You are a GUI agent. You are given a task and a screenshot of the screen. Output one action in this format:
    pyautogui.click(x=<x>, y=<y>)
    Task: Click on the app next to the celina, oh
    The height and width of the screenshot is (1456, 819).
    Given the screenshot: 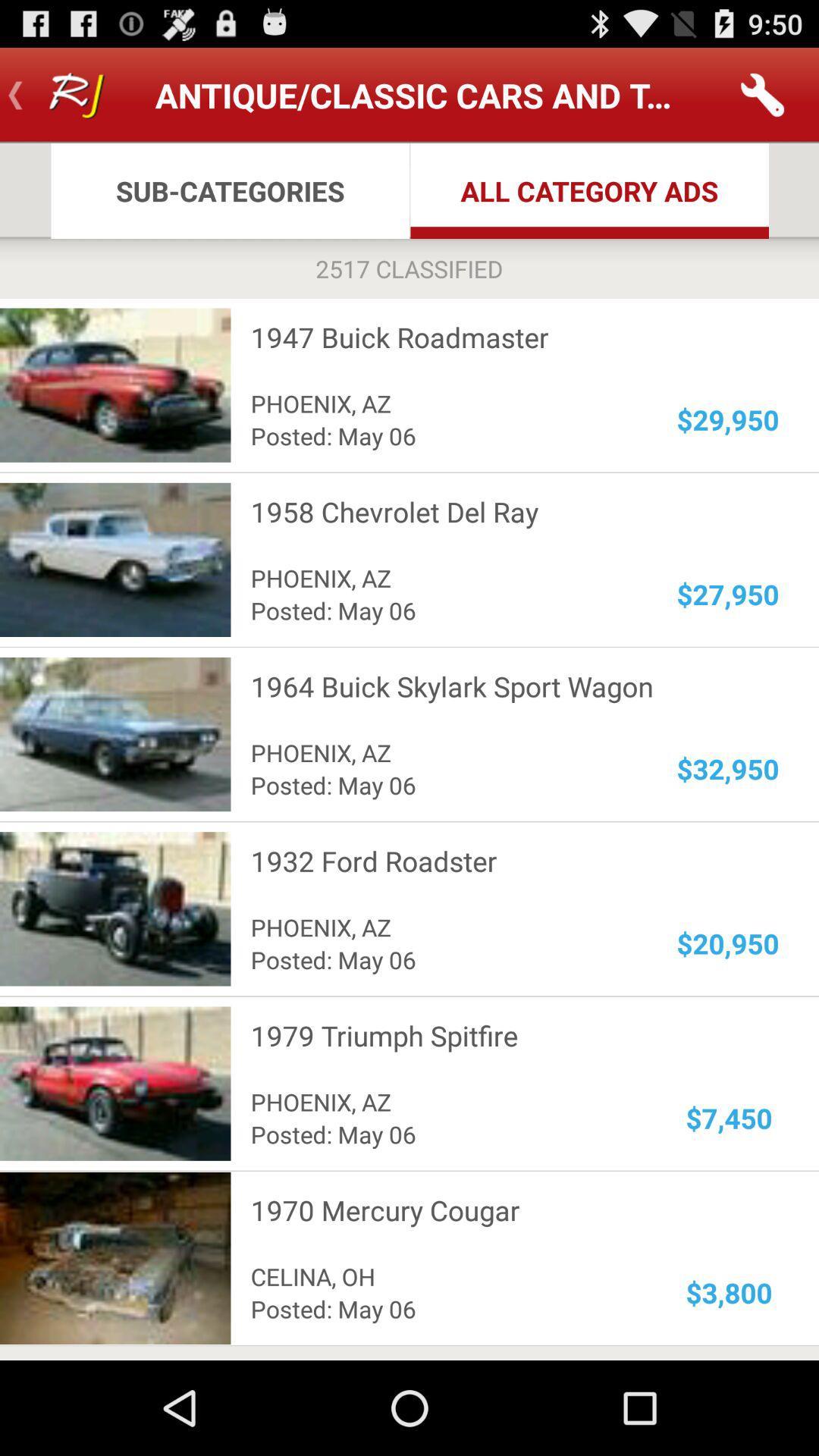 What is the action you would take?
    pyautogui.click(x=728, y=1291)
    